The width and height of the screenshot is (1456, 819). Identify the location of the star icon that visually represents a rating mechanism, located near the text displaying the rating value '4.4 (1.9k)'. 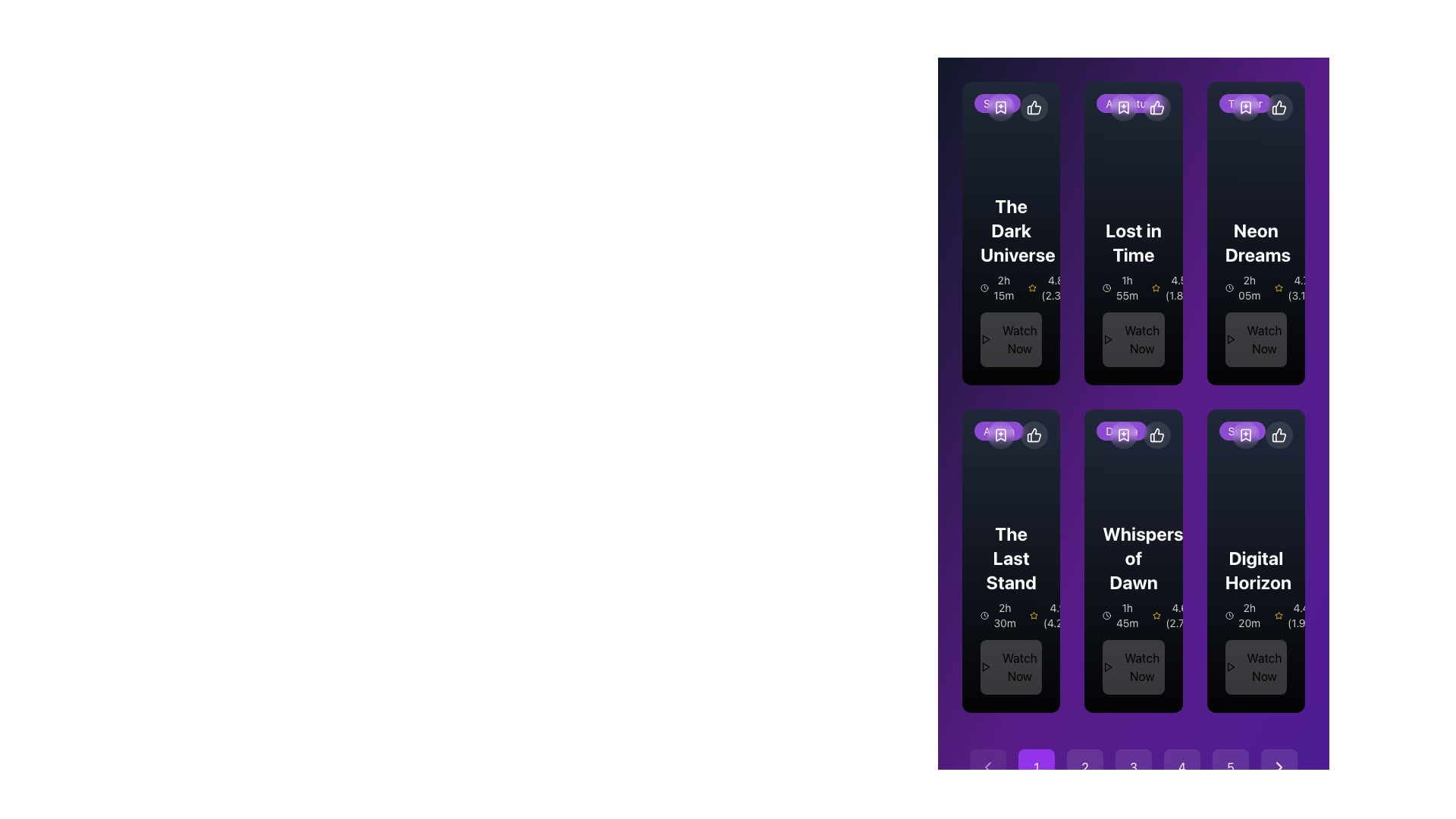
(1278, 616).